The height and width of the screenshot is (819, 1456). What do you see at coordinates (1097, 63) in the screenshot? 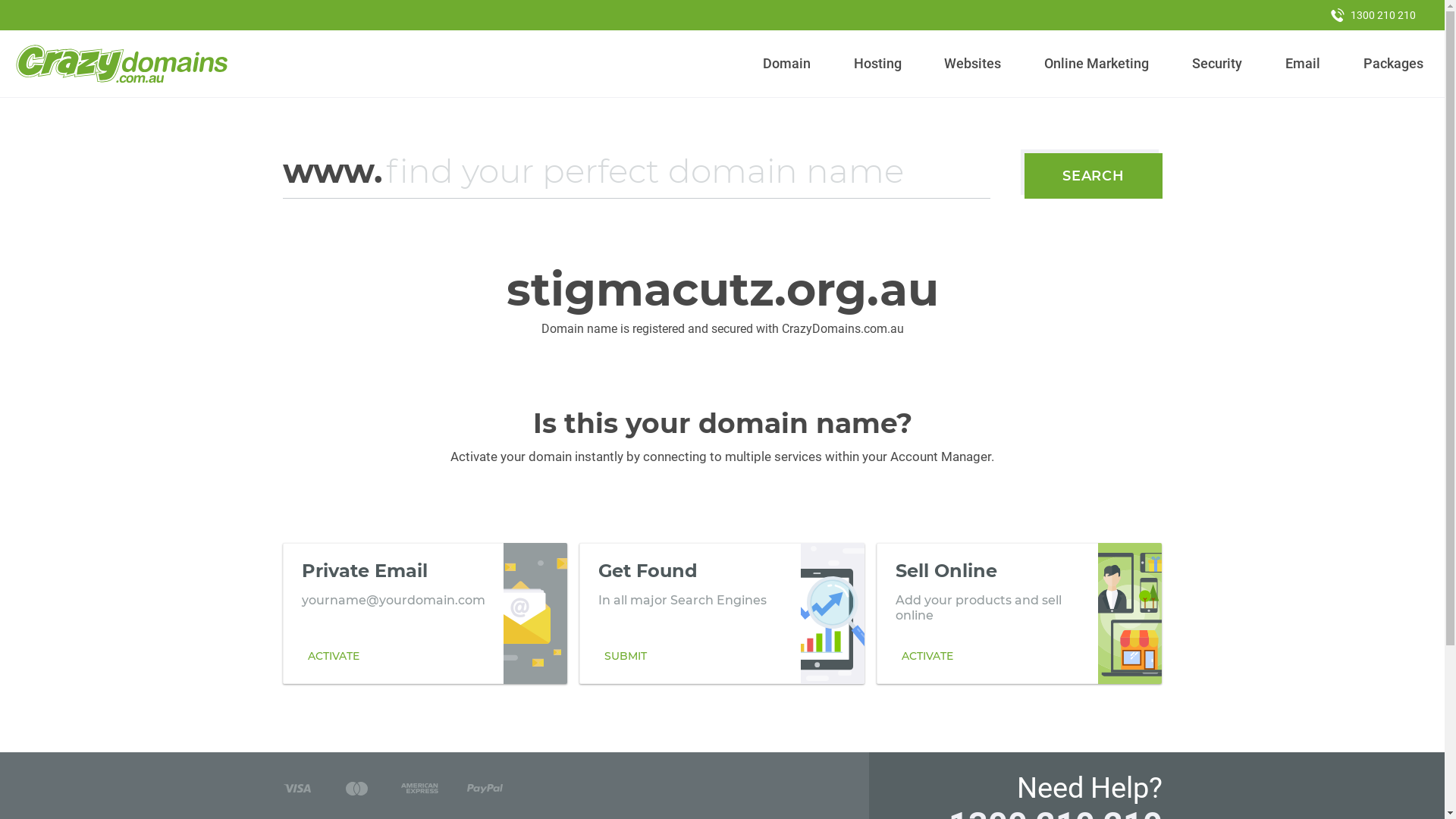
I see `'Online Marketing'` at bounding box center [1097, 63].